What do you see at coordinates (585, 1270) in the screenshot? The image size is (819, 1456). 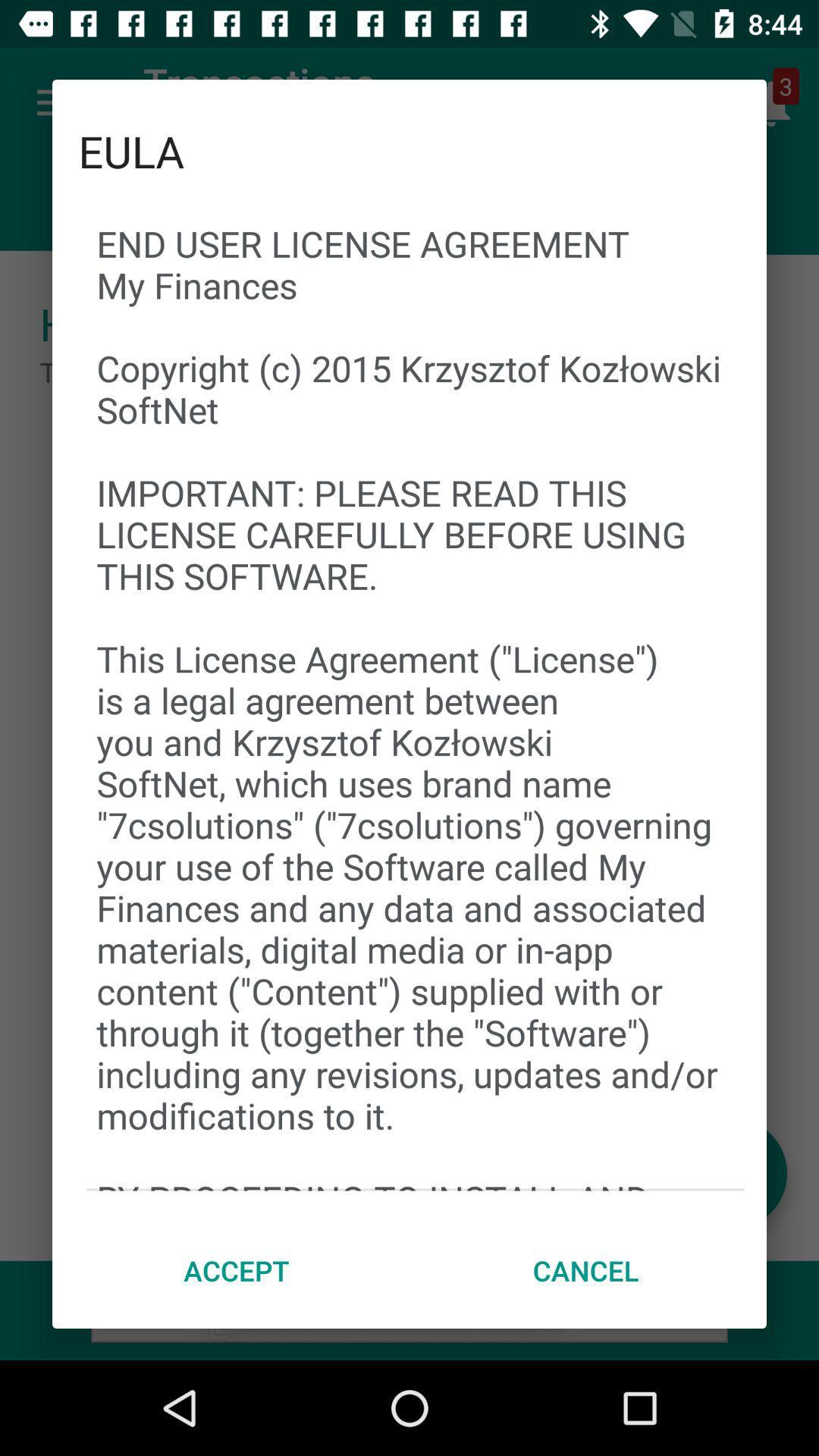 I see `icon below end user license item` at bounding box center [585, 1270].